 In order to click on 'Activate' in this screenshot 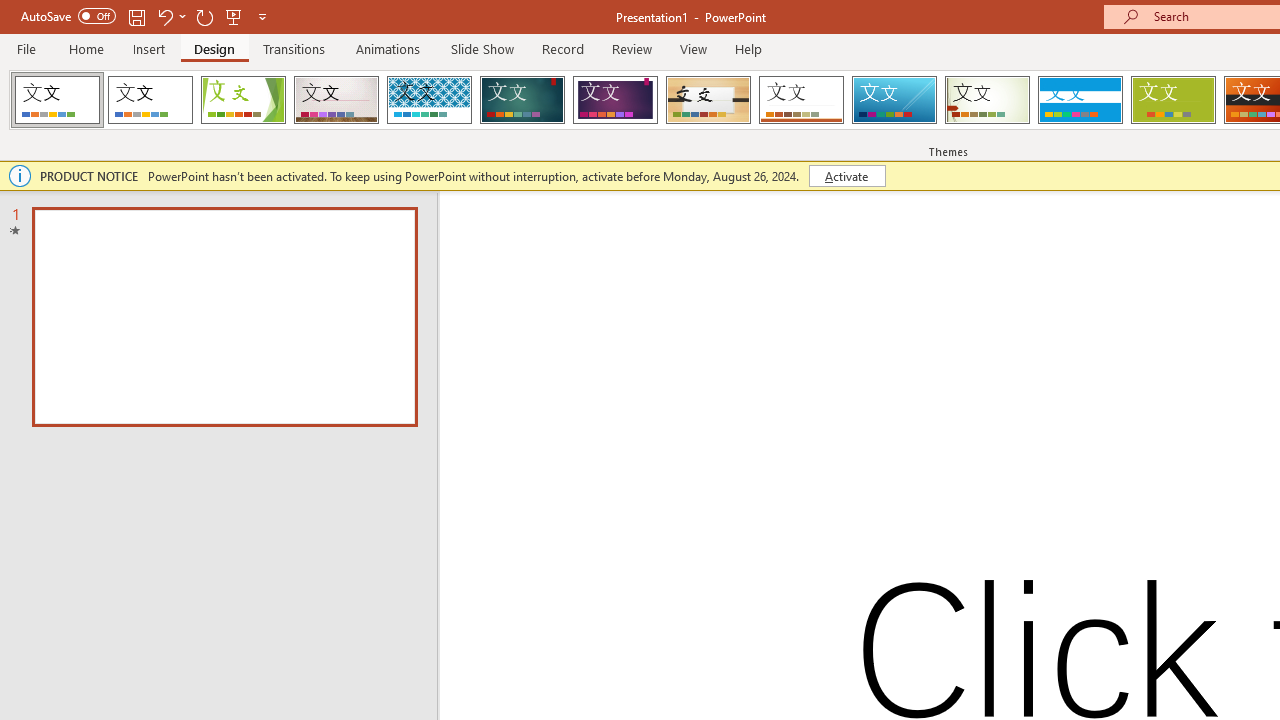, I will do `click(847, 175)`.